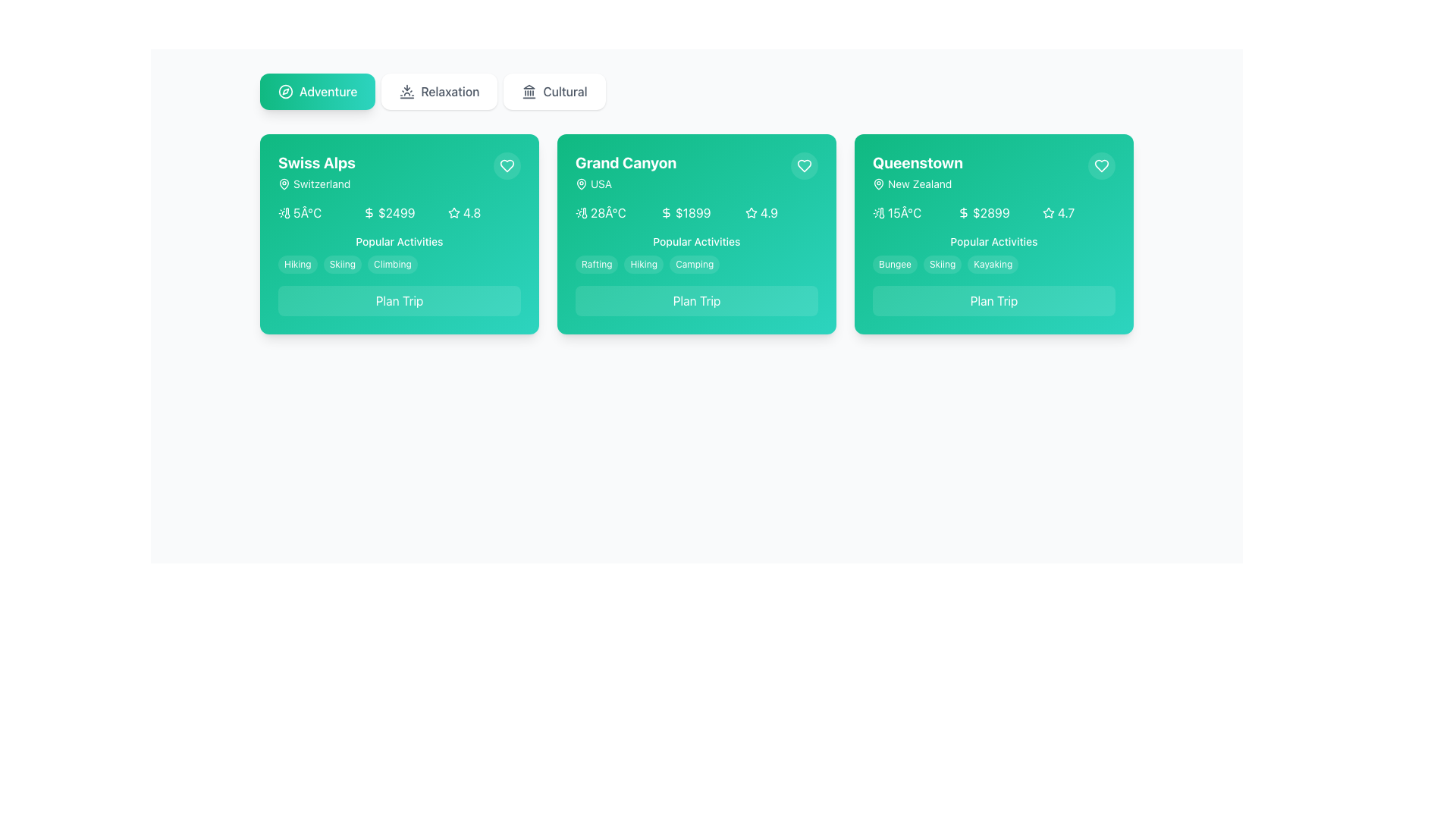 Image resolution: width=1456 pixels, height=819 pixels. What do you see at coordinates (581, 213) in the screenshot?
I see `the thermometer icon with a sun motif located to the left of the '28°C' temperature reading in the top-left region of the 'Grand Canyon' information card` at bounding box center [581, 213].